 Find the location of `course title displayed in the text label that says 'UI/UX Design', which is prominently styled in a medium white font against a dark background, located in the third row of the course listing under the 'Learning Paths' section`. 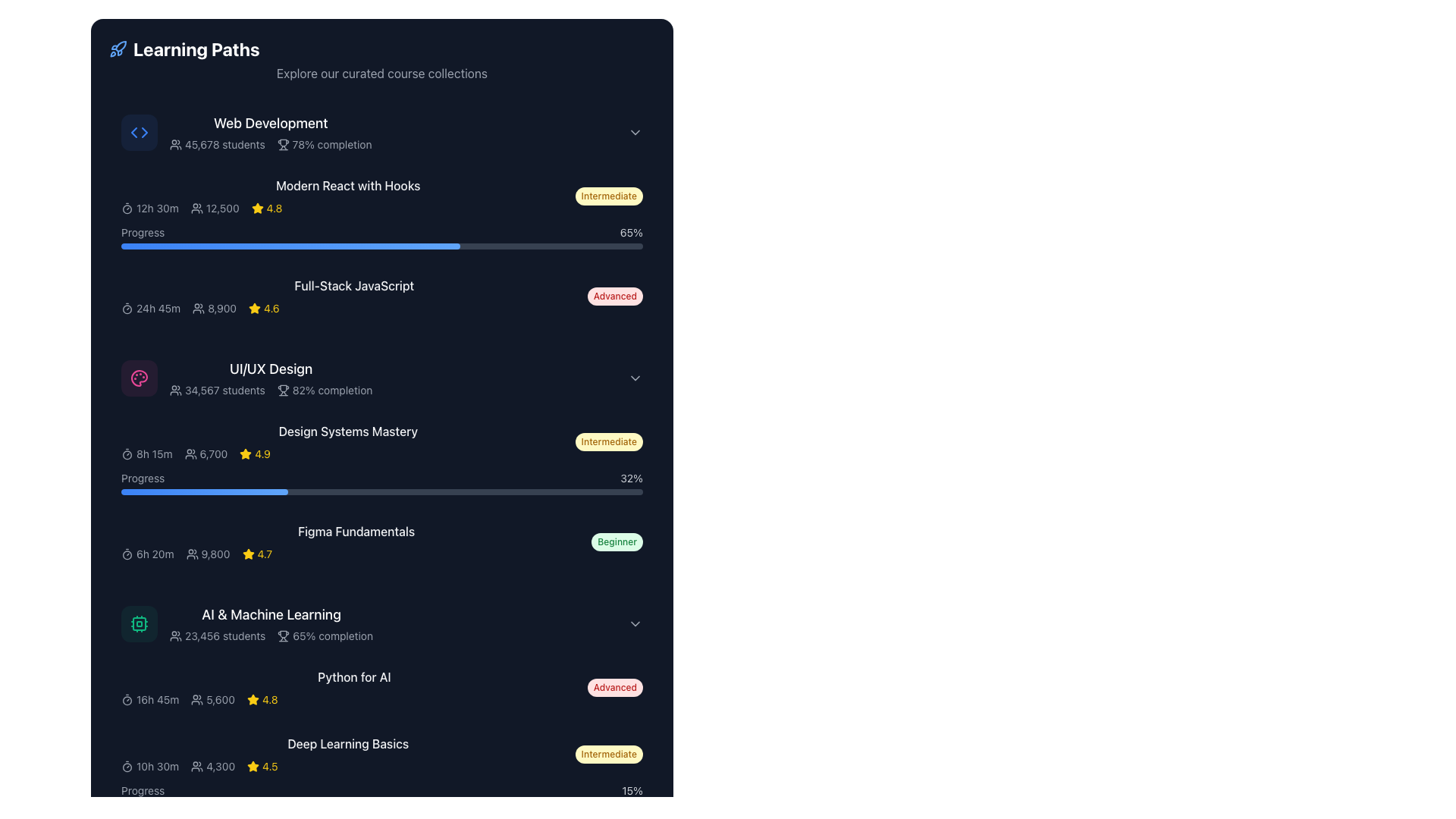

course title displayed in the text label that says 'UI/UX Design', which is prominently styled in a medium white font against a dark background, located in the third row of the course listing under the 'Learning Paths' section is located at coordinates (271, 369).